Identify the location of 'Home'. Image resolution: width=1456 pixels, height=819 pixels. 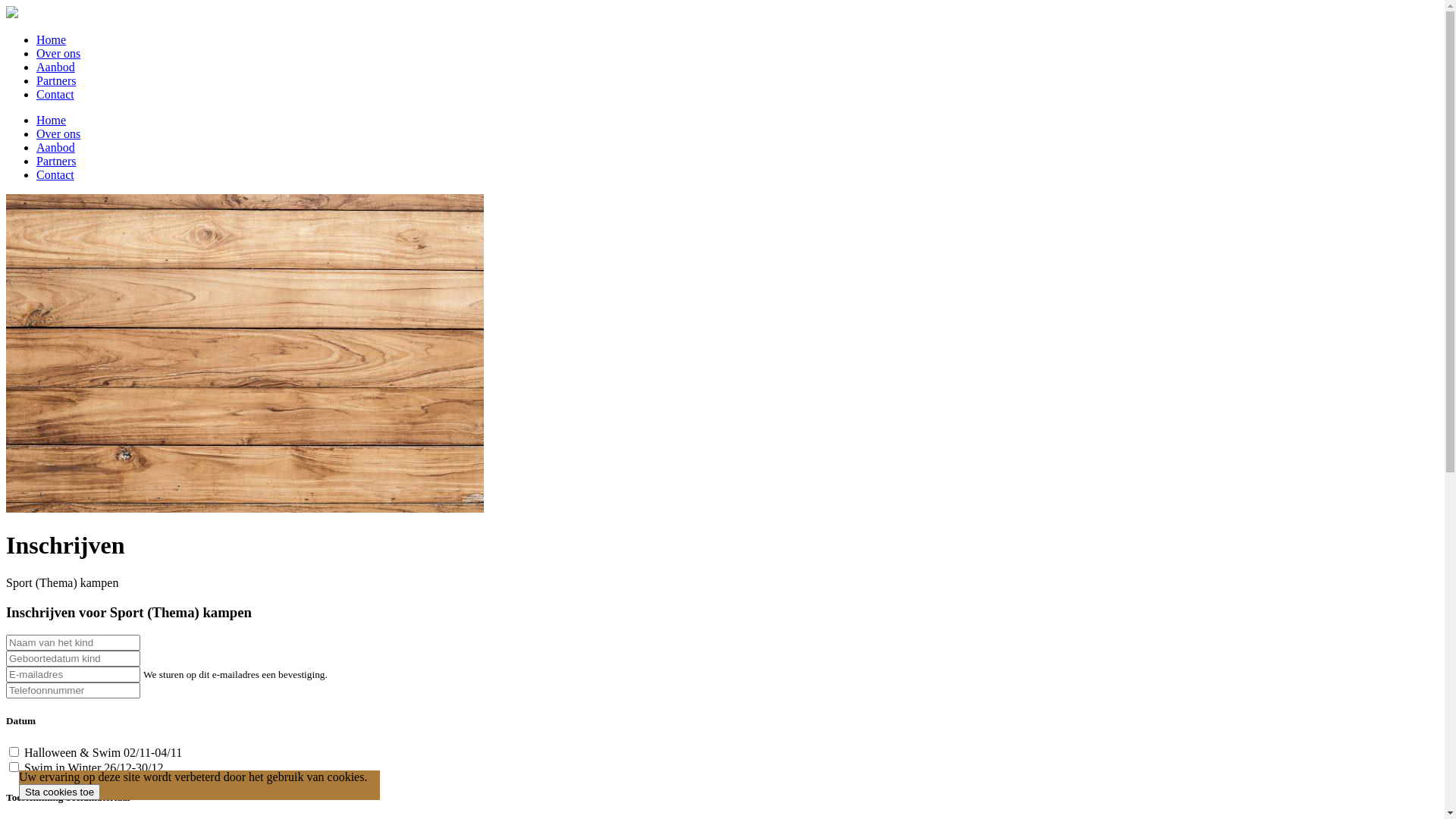
(36, 39).